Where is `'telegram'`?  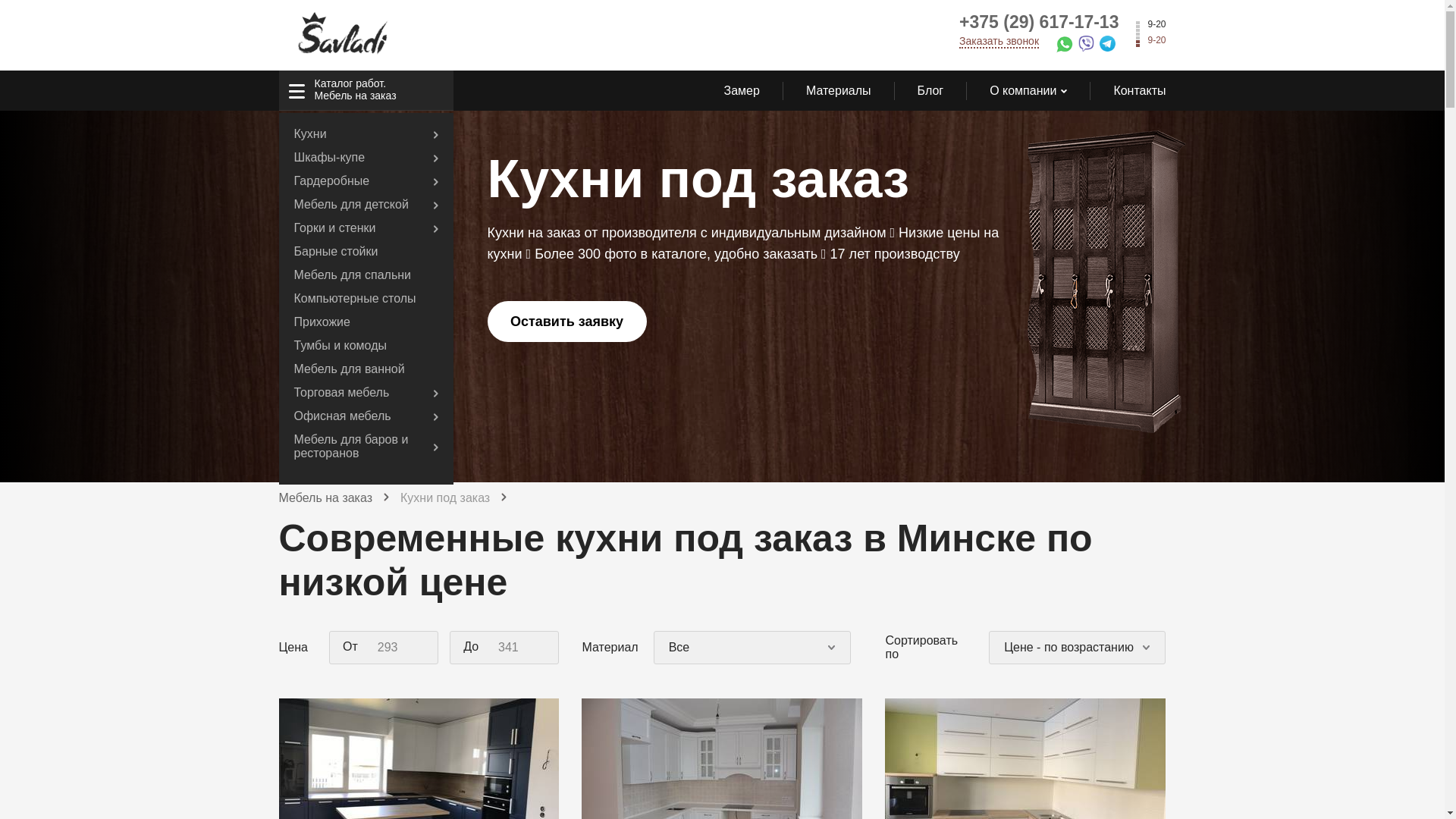 'telegram' is located at coordinates (1111, 45).